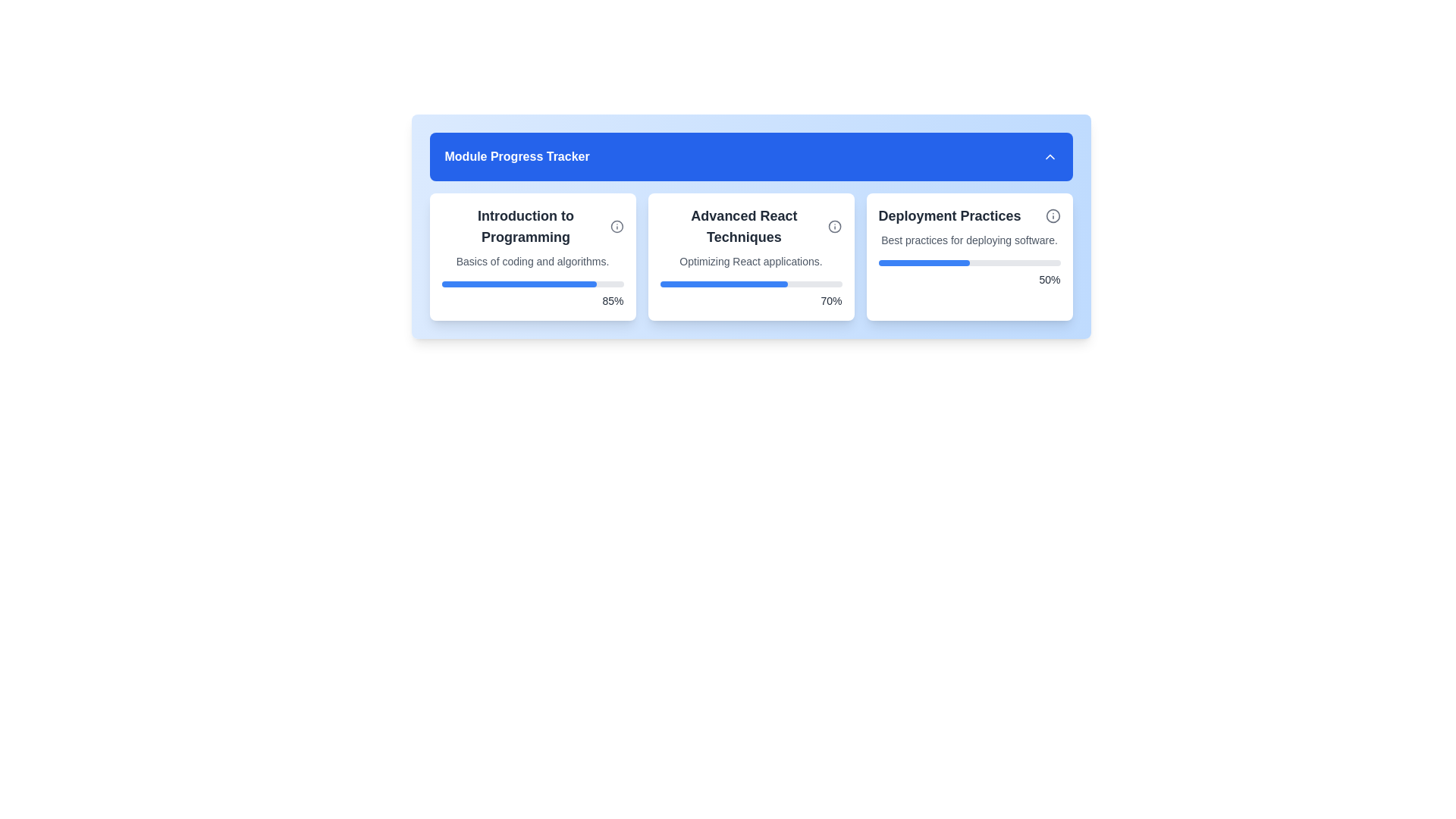  I want to click on the progress level, so click(1037, 262).